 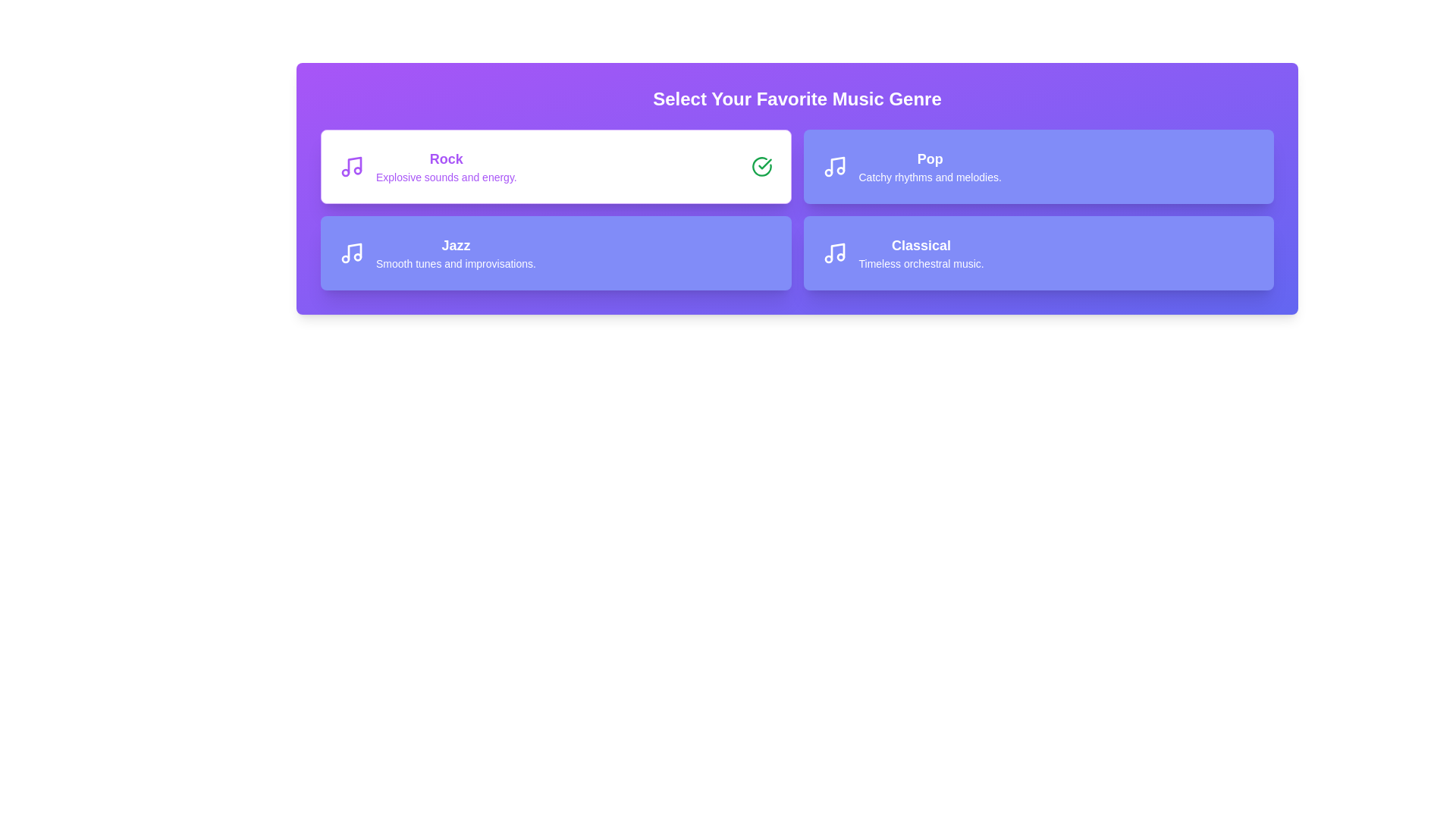 What do you see at coordinates (836, 165) in the screenshot?
I see `the vertical part of the musical note icon that represents the 'Pop' genre in the top-right quadrant of the interface` at bounding box center [836, 165].